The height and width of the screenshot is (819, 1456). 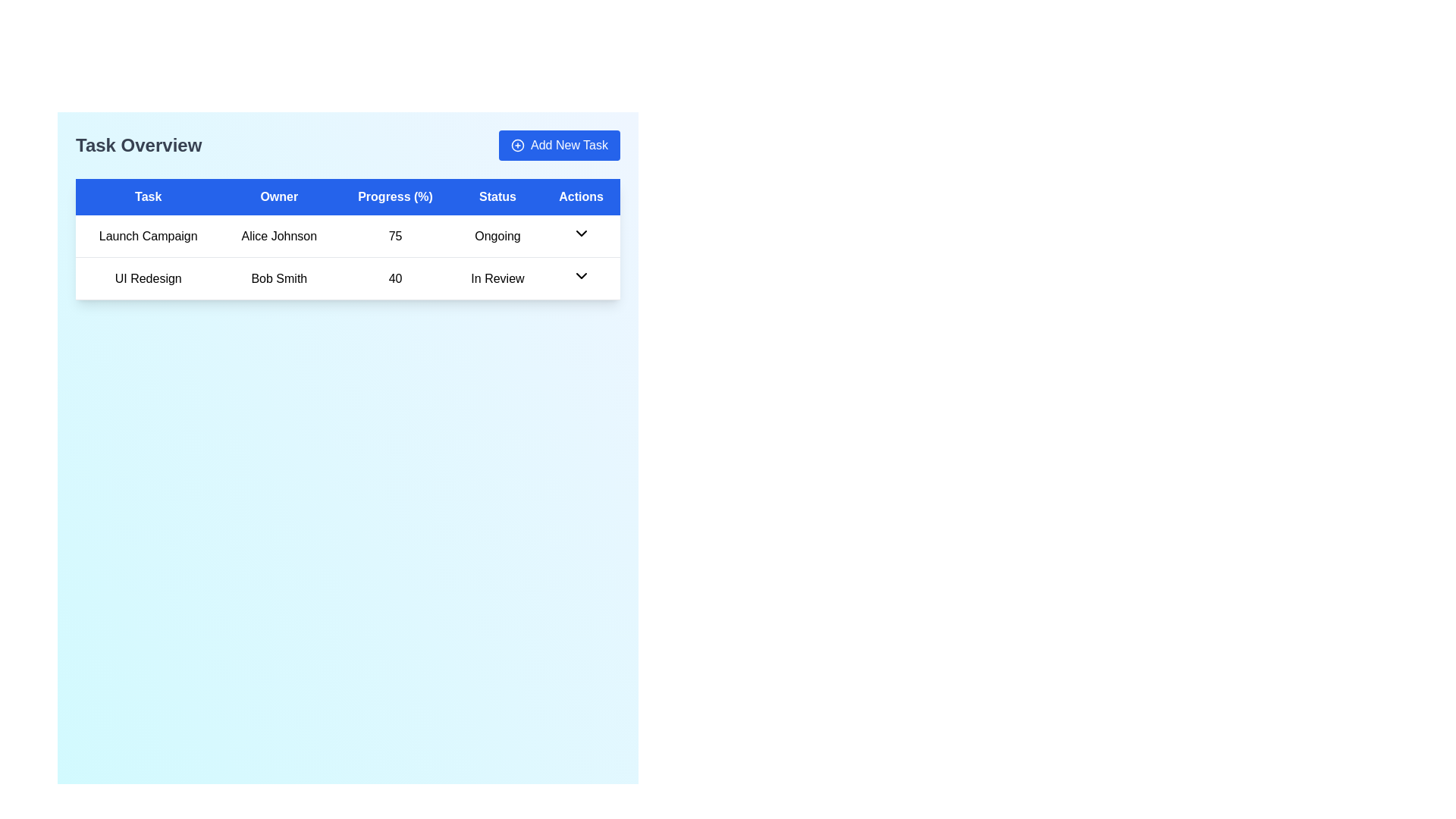 I want to click on text label displaying the number '40' located in the 'Progress (%)' column of the table, directly to the right of 'Bob Smith' and left of 'In Review', so click(x=395, y=278).